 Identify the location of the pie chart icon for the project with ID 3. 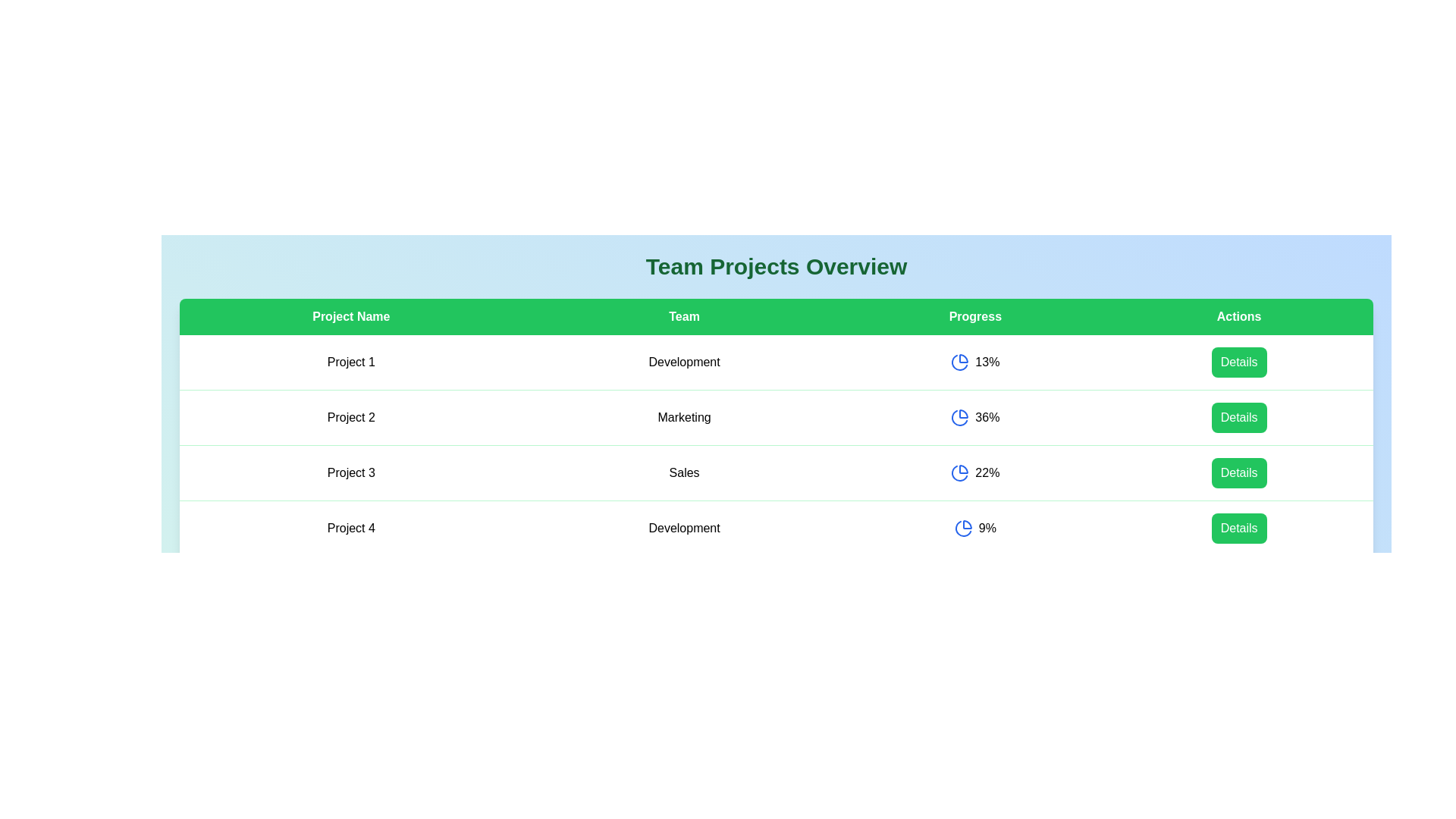
(959, 472).